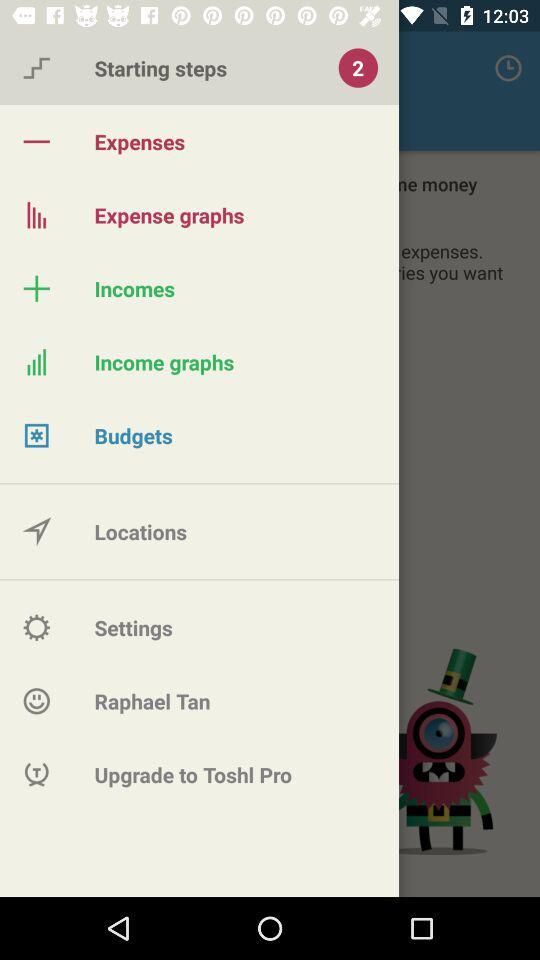 This screenshot has width=540, height=960. Describe the element at coordinates (36, 701) in the screenshot. I see `the emoji beside raphael tan` at that location.